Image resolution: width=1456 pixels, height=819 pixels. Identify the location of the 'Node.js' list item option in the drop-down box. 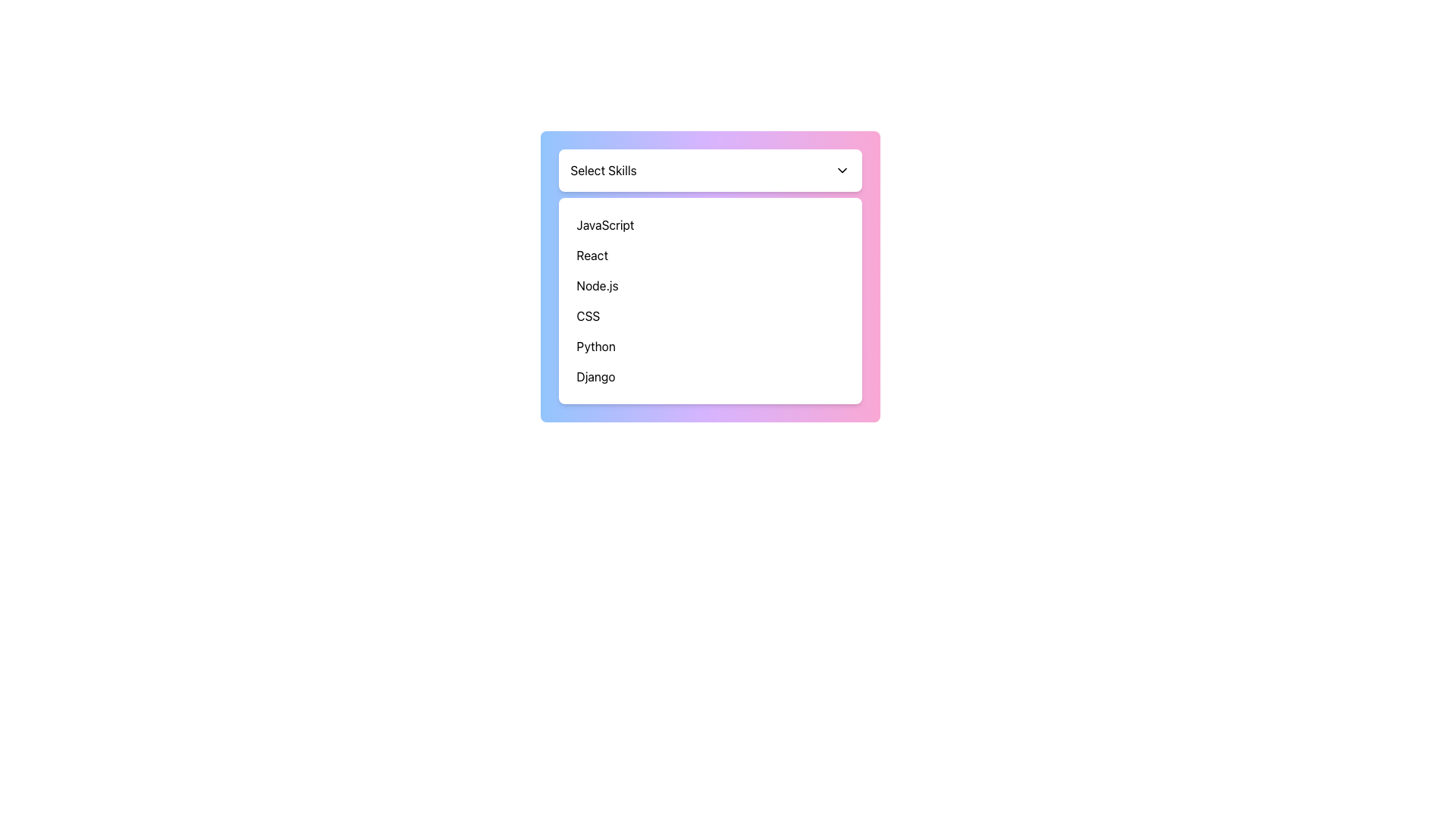
(709, 286).